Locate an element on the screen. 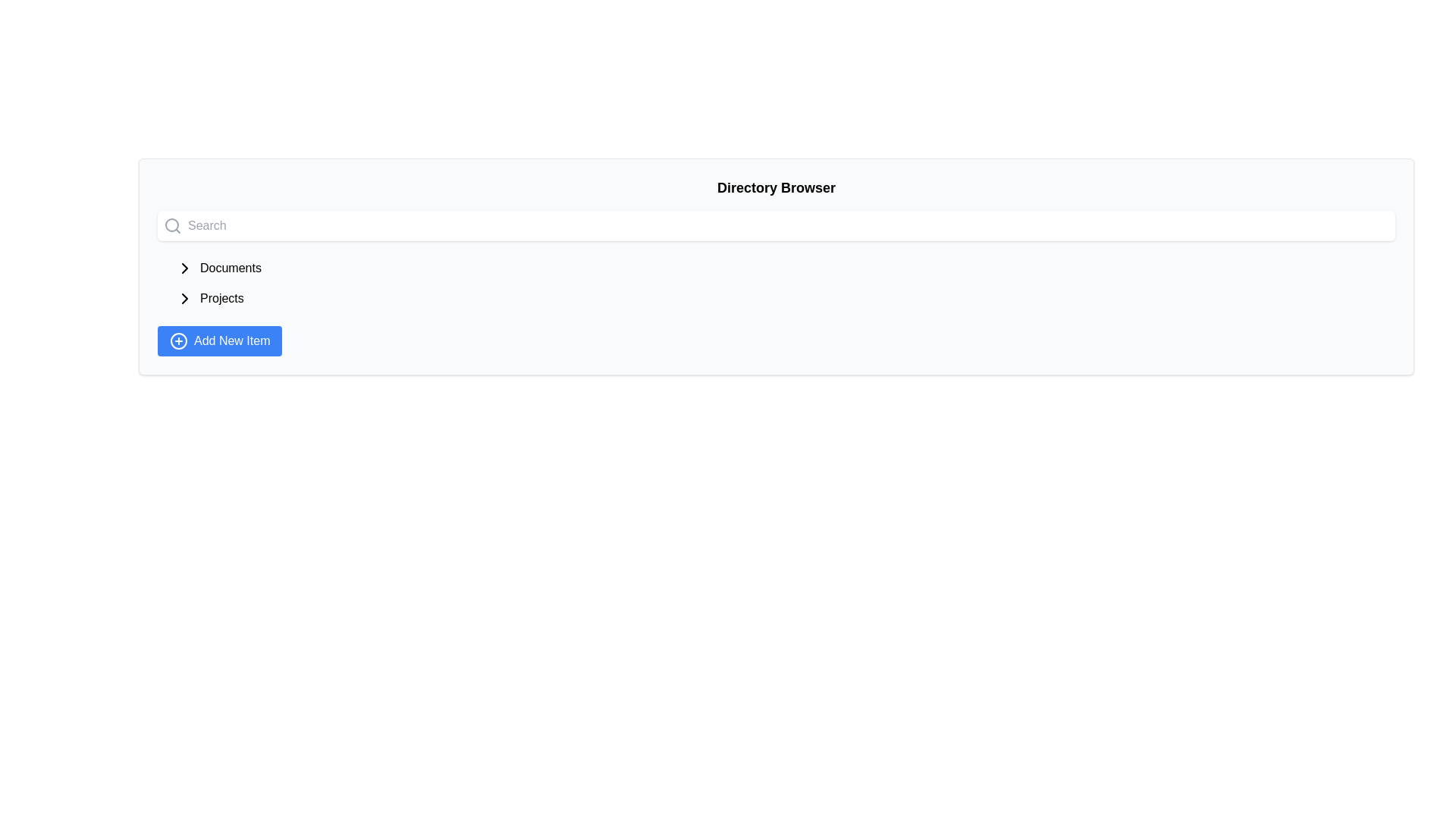 Image resolution: width=1456 pixels, height=819 pixels. the 'Add New Item' icon, which is positioned to the left of the text within the button located below the directory items list, under 'Documents' and 'Projects' is located at coordinates (178, 341).